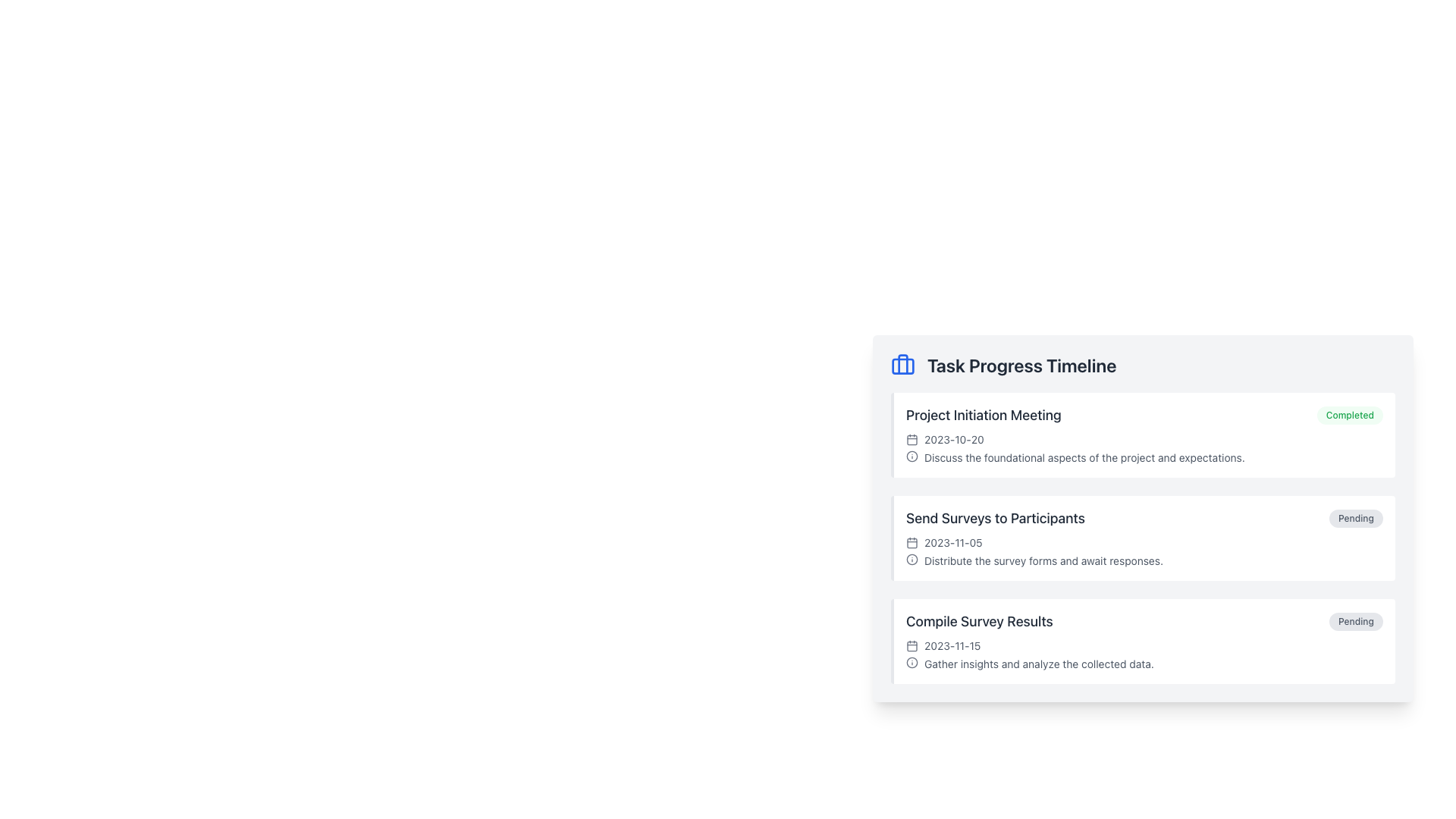 Image resolution: width=1456 pixels, height=819 pixels. Describe the element at coordinates (984, 415) in the screenshot. I see `the headline text labeled 'Project Initiation Meeting' to change its color from gray to blue` at that location.